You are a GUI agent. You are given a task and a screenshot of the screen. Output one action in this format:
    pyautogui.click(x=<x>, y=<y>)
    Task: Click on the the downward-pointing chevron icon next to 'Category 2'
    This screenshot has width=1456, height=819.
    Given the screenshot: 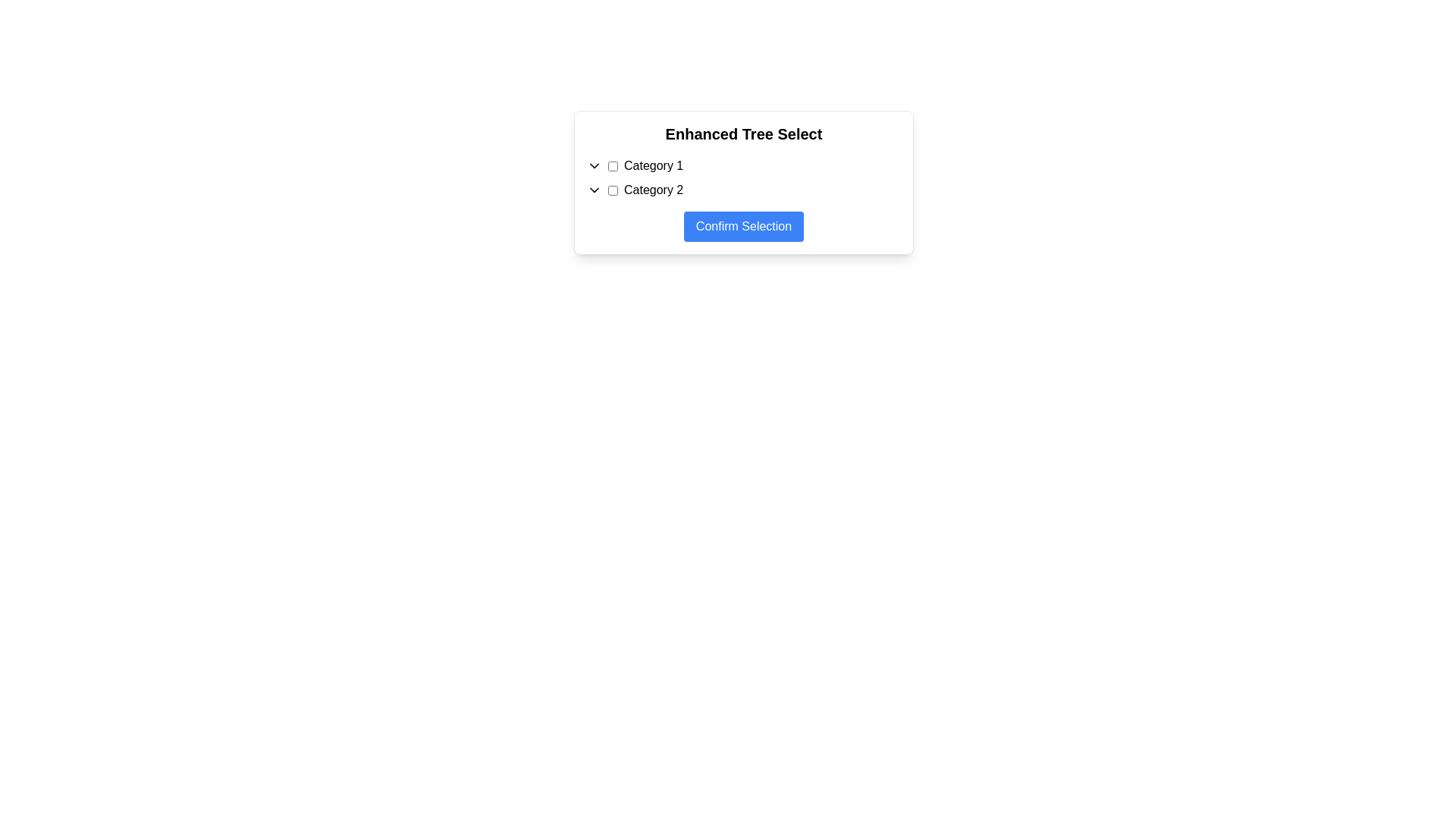 What is the action you would take?
    pyautogui.click(x=593, y=189)
    